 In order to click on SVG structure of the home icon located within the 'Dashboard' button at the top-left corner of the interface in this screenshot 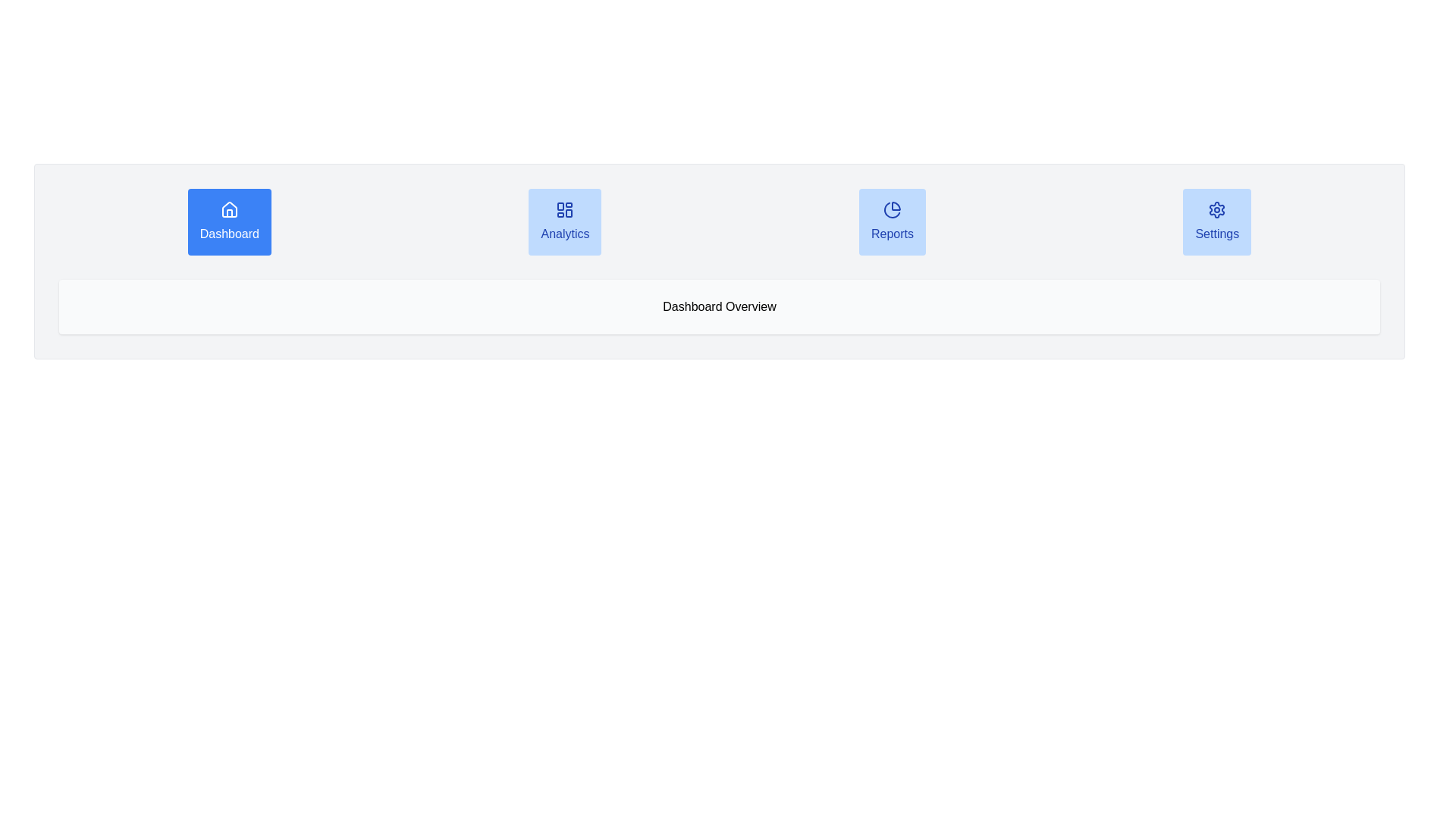, I will do `click(228, 209)`.